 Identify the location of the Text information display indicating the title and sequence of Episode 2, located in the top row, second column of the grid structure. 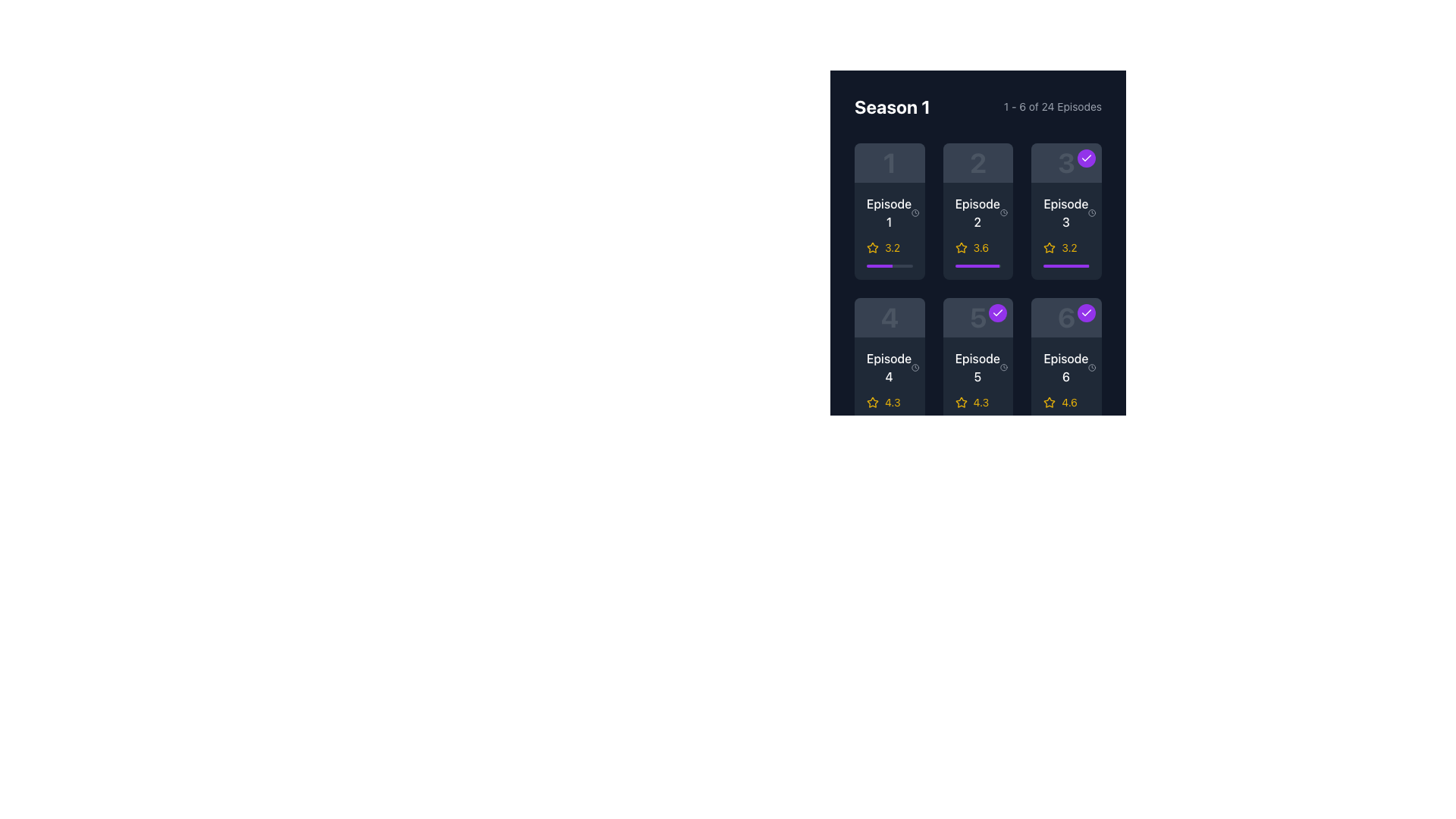
(978, 213).